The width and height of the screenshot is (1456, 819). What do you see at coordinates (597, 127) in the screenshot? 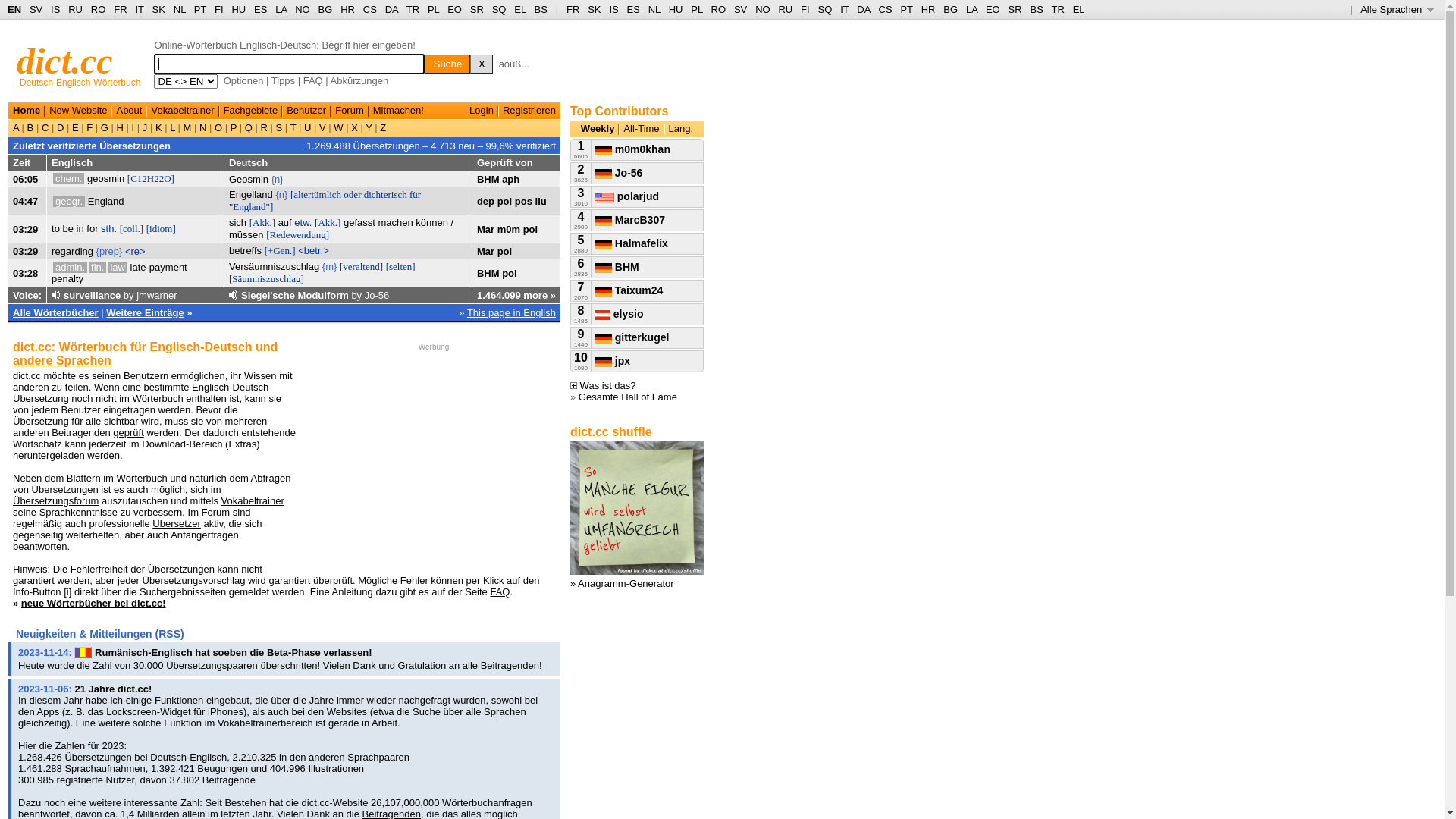
I see `'Weekly'` at bounding box center [597, 127].